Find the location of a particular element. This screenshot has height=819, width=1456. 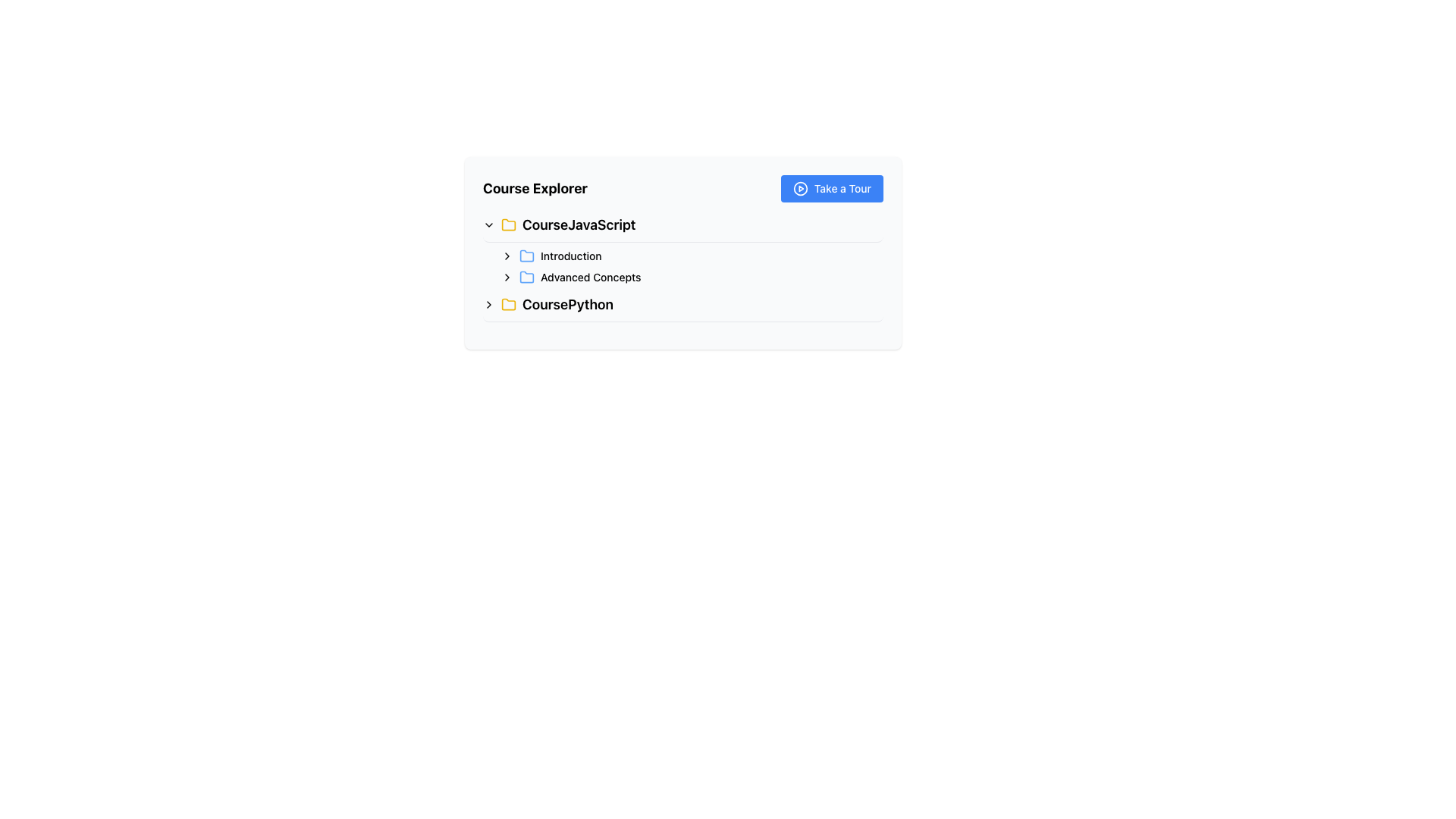

the rightward chevron icon indicating collapsibility in the 'CoursePython' row is located at coordinates (488, 304).